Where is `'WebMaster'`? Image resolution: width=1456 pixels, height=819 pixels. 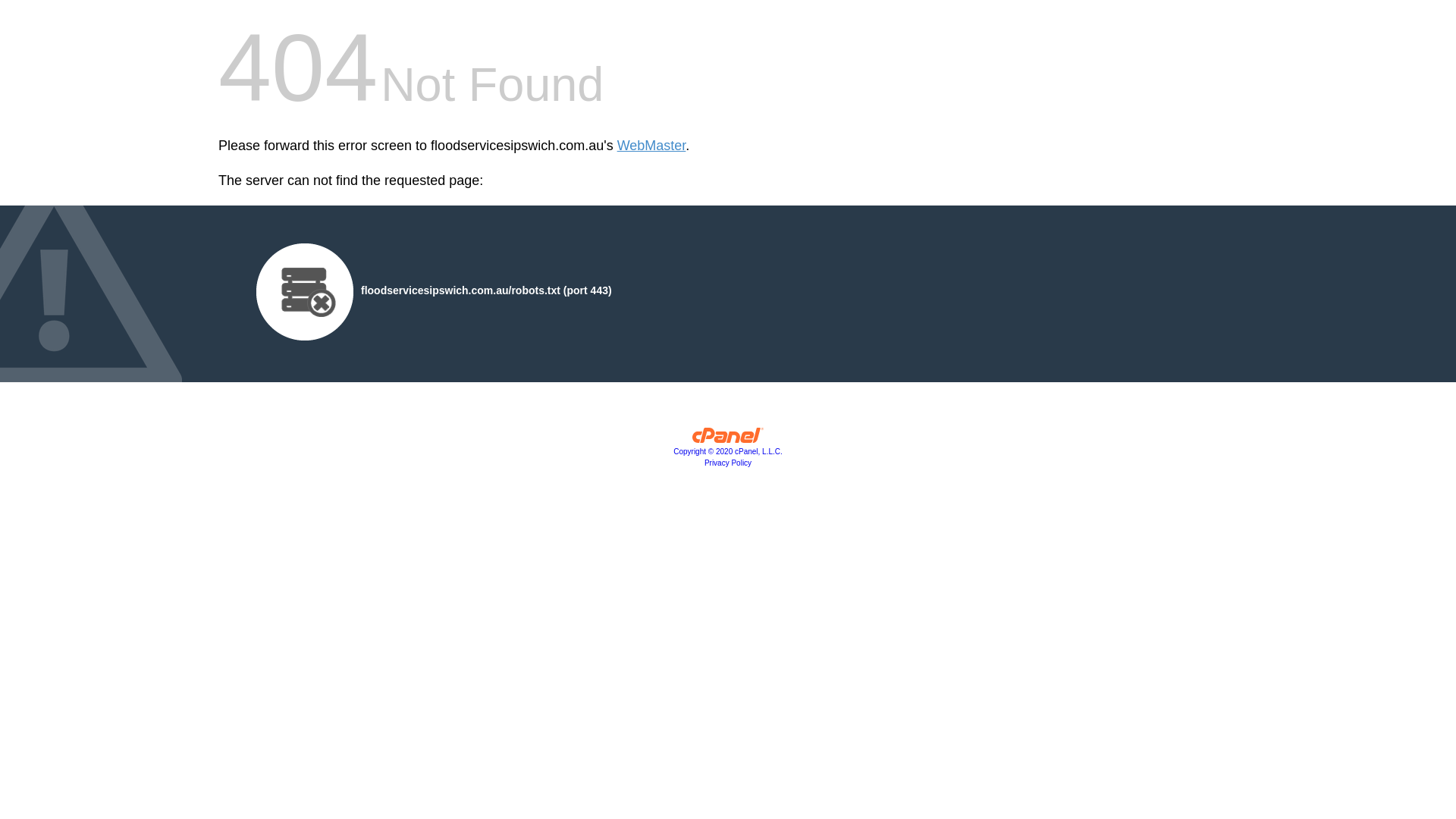
'WebMaster' is located at coordinates (651, 146).